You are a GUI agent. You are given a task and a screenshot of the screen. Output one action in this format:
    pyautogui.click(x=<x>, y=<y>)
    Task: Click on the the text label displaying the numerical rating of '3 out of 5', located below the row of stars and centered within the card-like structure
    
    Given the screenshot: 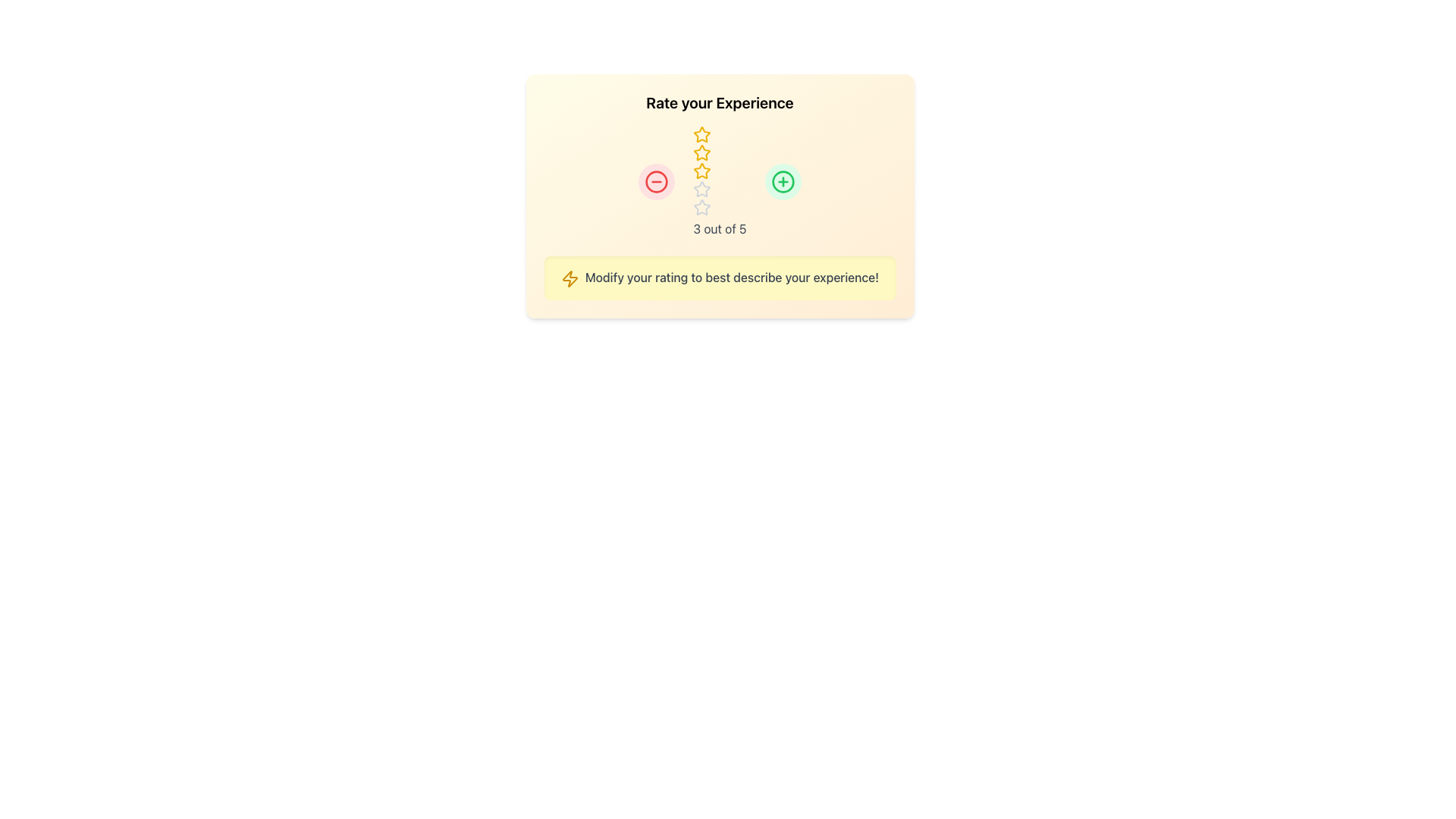 What is the action you would take?
    pyautogui.click(x=719, y=228)
    